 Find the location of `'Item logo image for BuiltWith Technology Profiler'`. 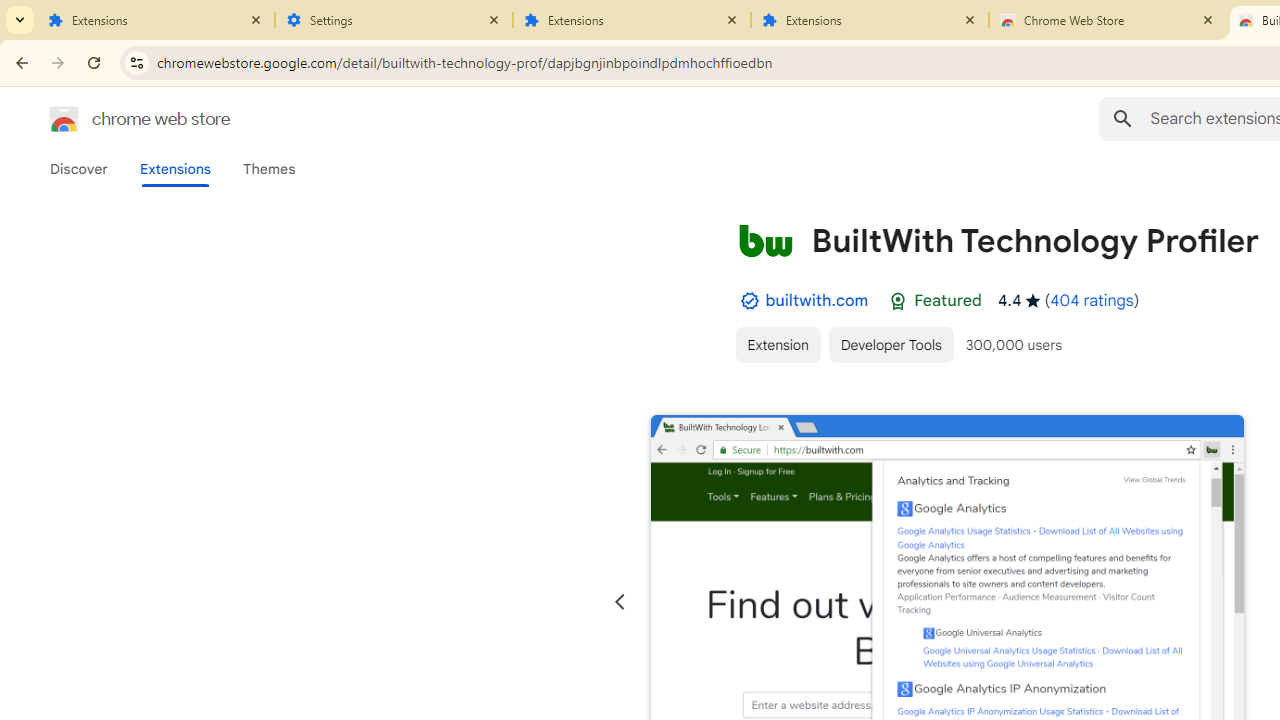

'Item logo image for BuiltWith Technology Profiler' is located at coordinates (764, 239).